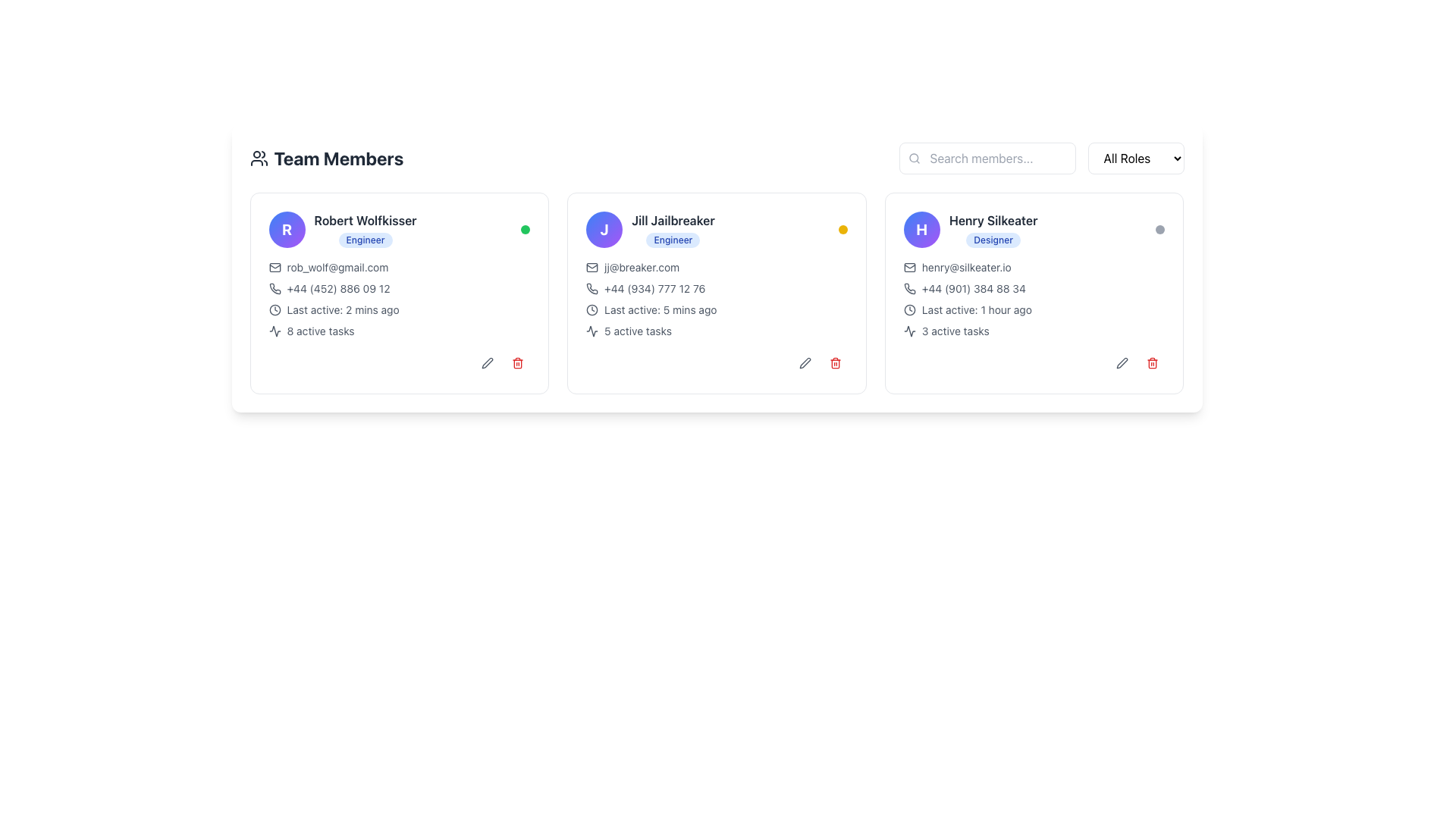 The width and height of the screenshot is (1456, 819). What do you see at coordinates (341, 230) in the screenshot?
I see `the Information card header section of the leftmost card` at bounding box center [341, 230].